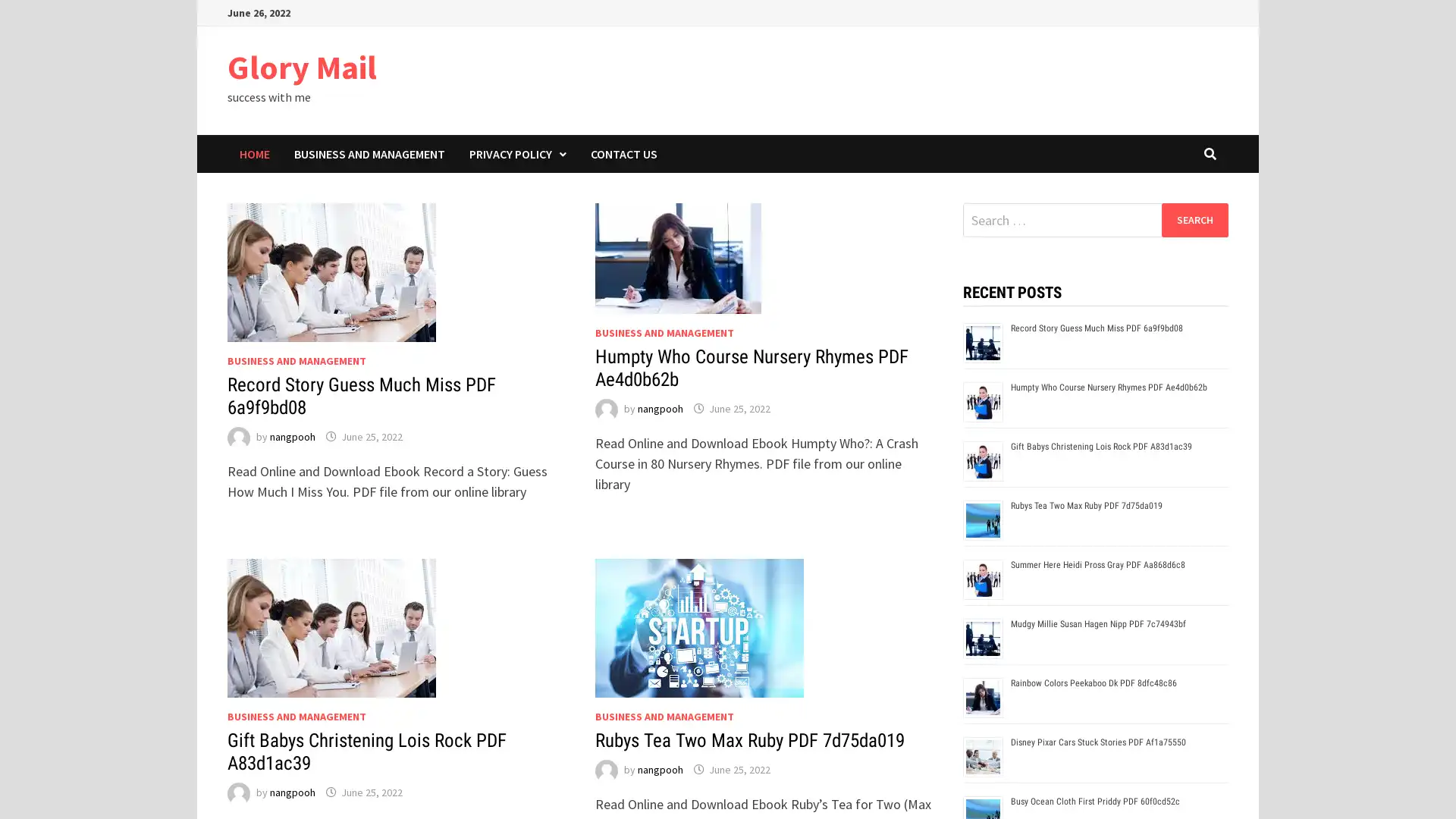 The height and width of the screenshot is (819, 1456). What do you see at coordinates (1194, 219) in the screenshot?
I see `Search` at bounding box center [1194, 219].